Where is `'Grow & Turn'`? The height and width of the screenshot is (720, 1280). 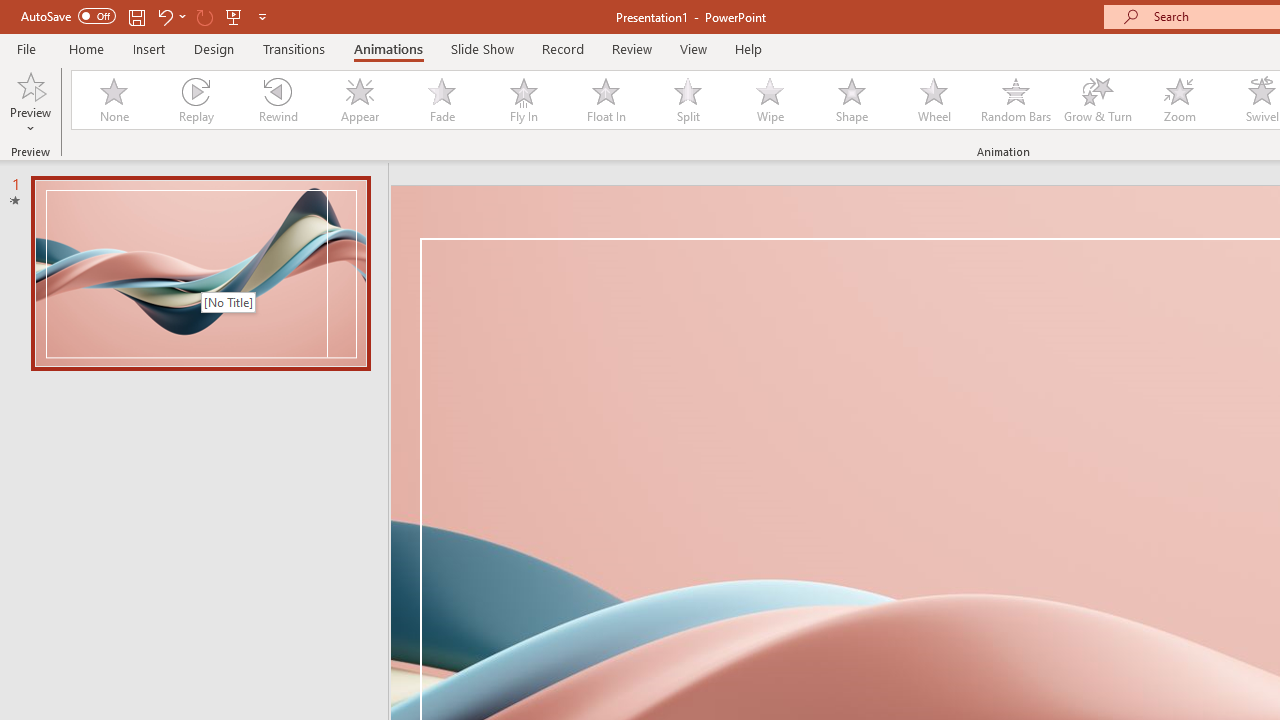 'Grow & Turn' is located at coordinates (1097, 100).